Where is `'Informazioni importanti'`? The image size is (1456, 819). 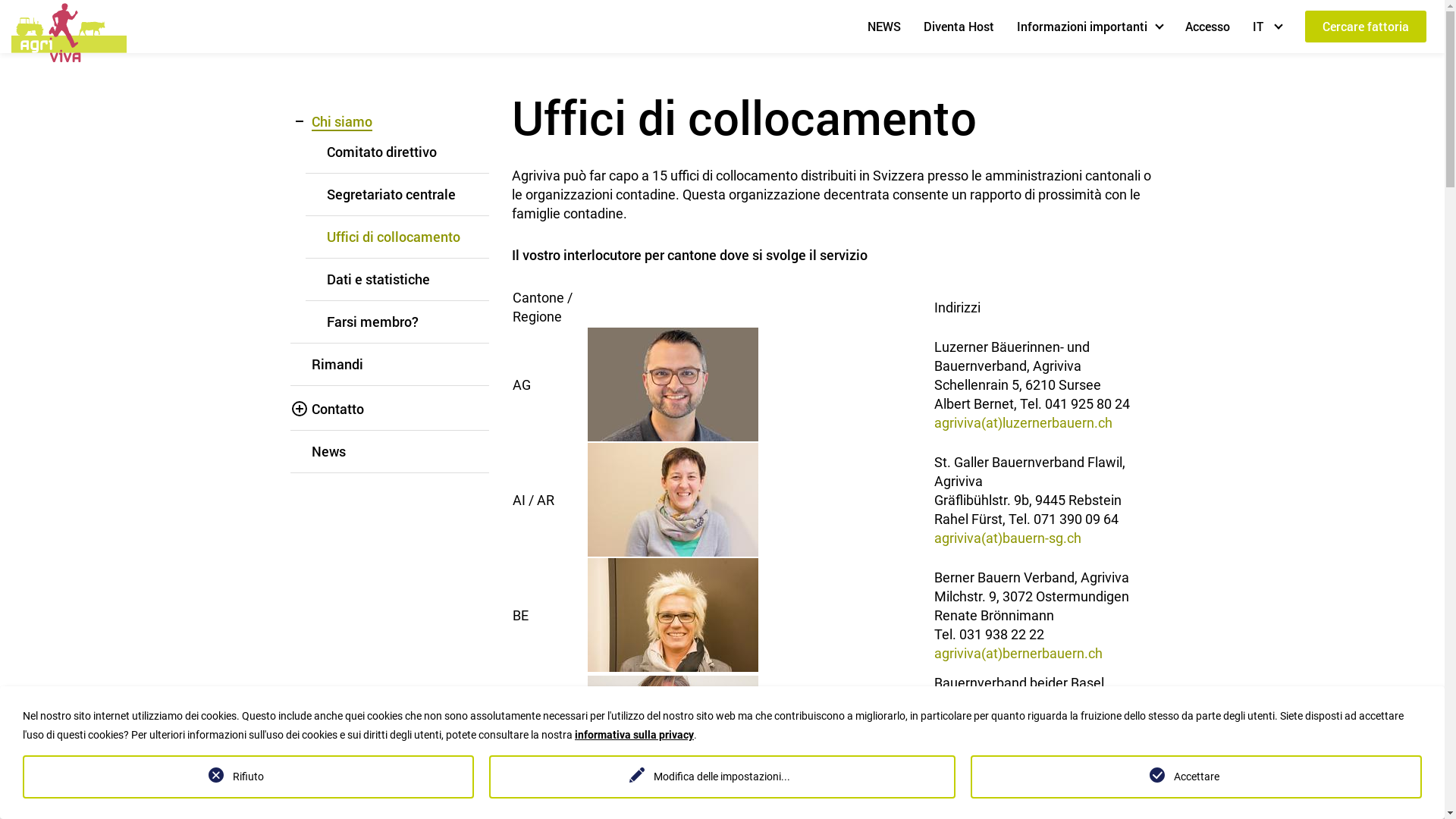 'Informazioni importanti' is located at coordinates (1088, 26).